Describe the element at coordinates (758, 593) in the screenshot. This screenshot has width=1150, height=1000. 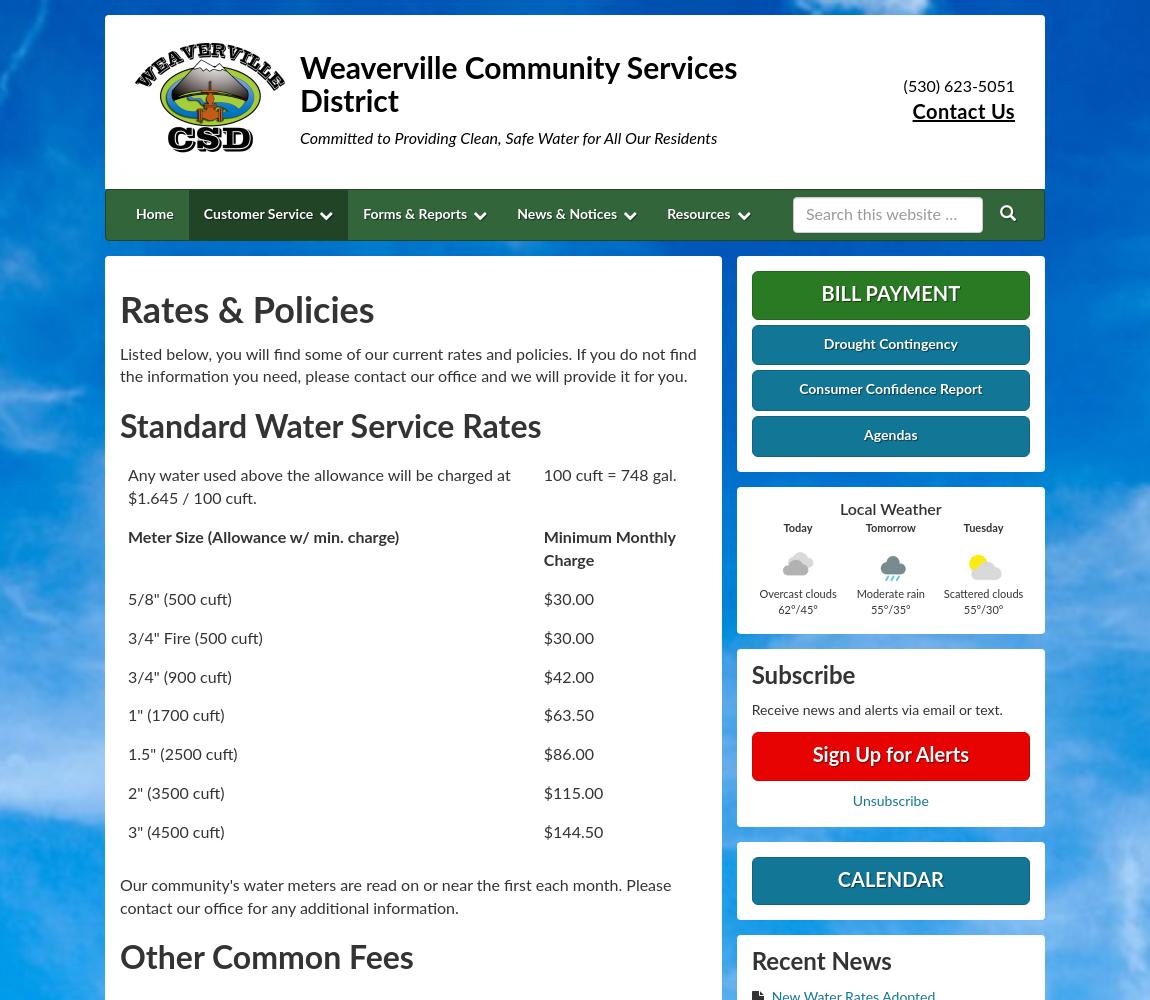
I see `'Overcast clouds'` at that location.